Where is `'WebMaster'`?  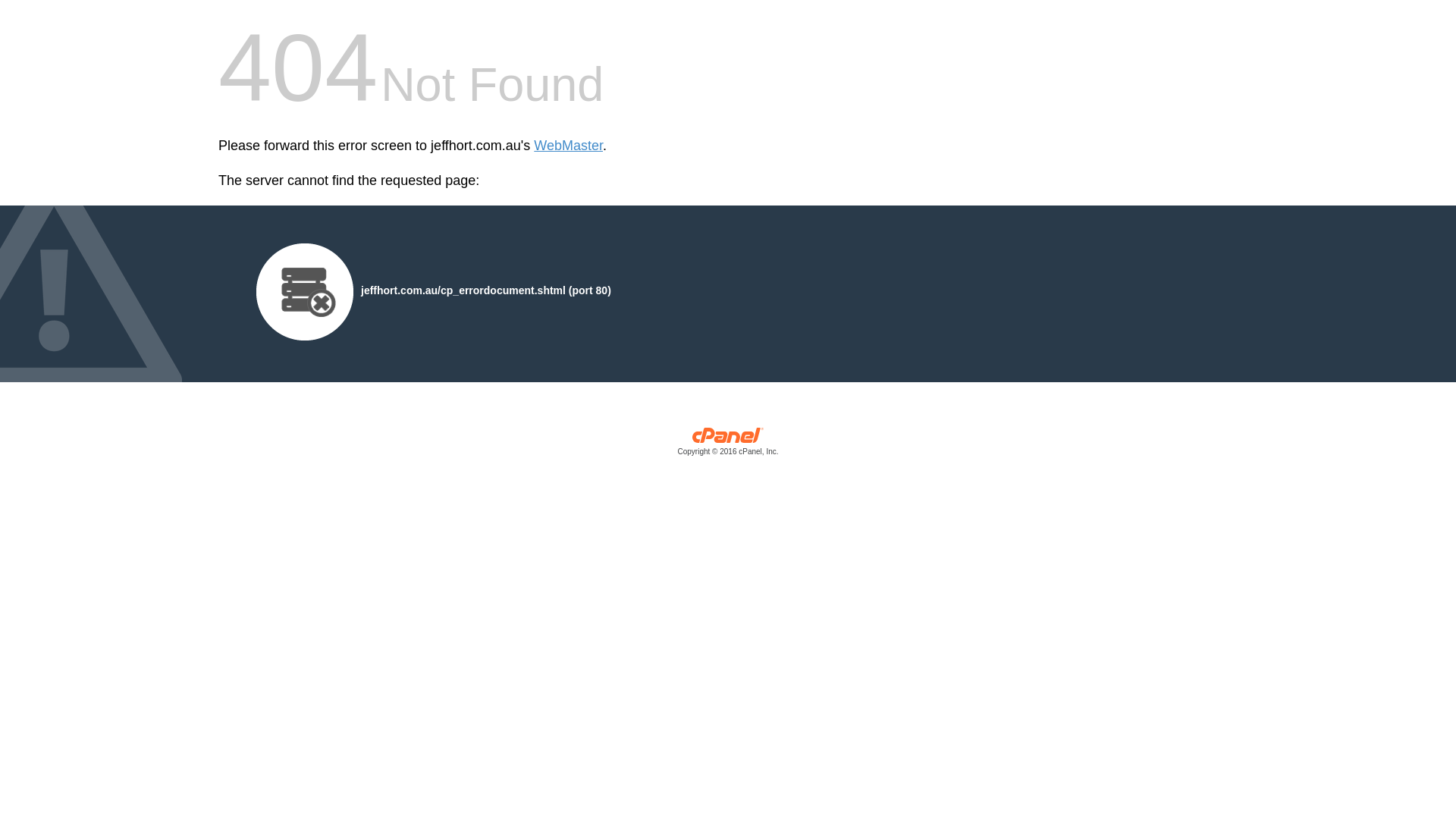
'WebMaster' is located at coordinates (567, 146).